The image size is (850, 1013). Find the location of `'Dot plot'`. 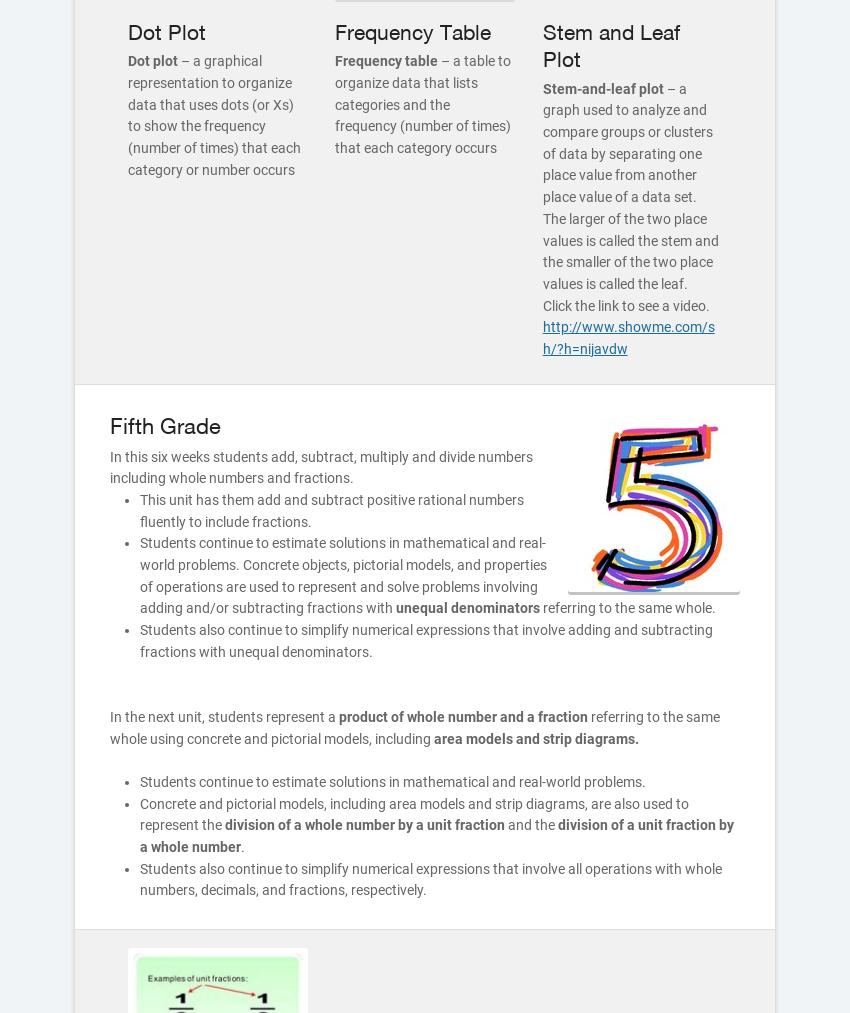

'Dot plot' is located at coordinates (128, 59).